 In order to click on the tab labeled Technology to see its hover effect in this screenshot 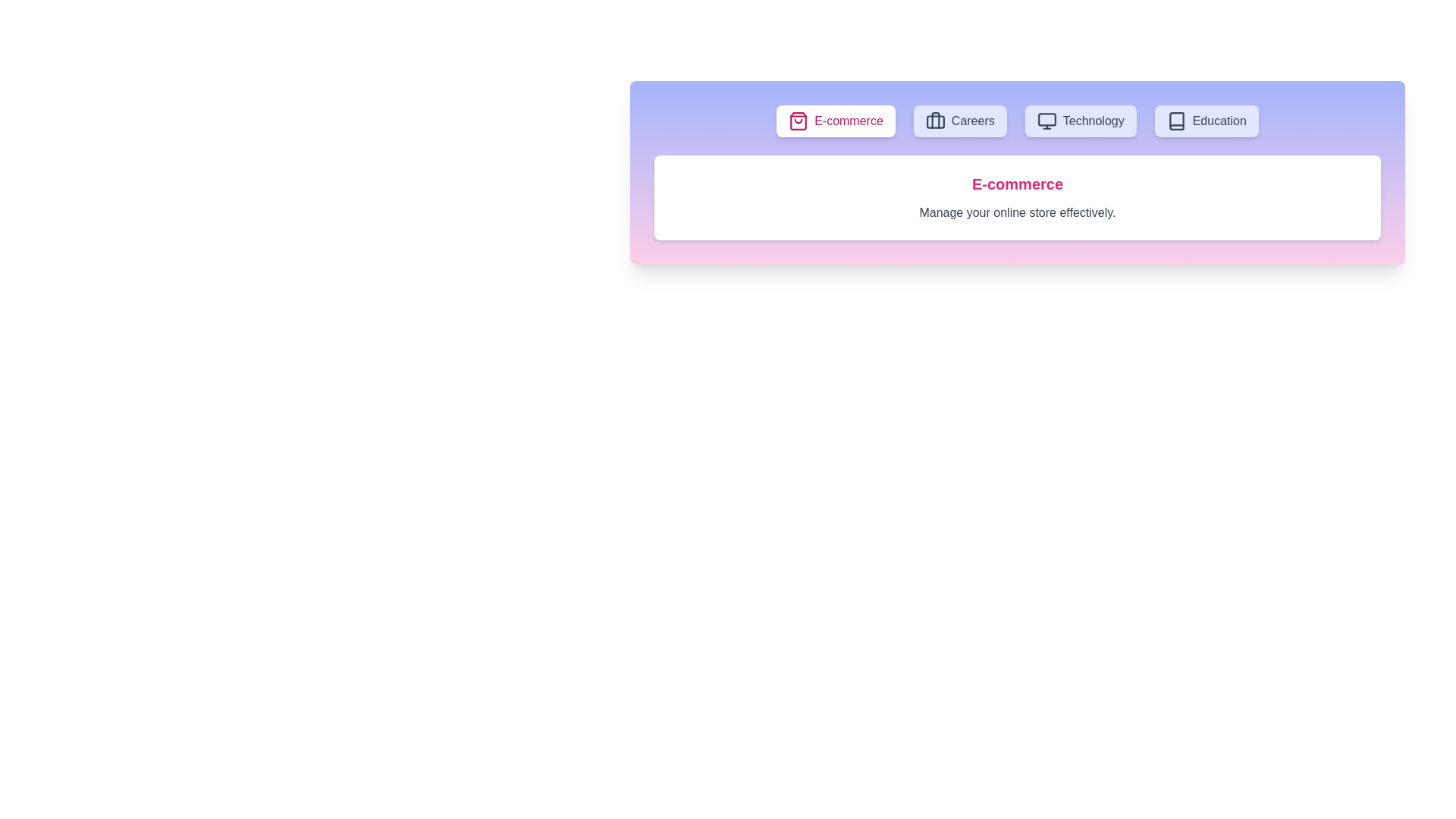, I will do `click(1080, 120)`.